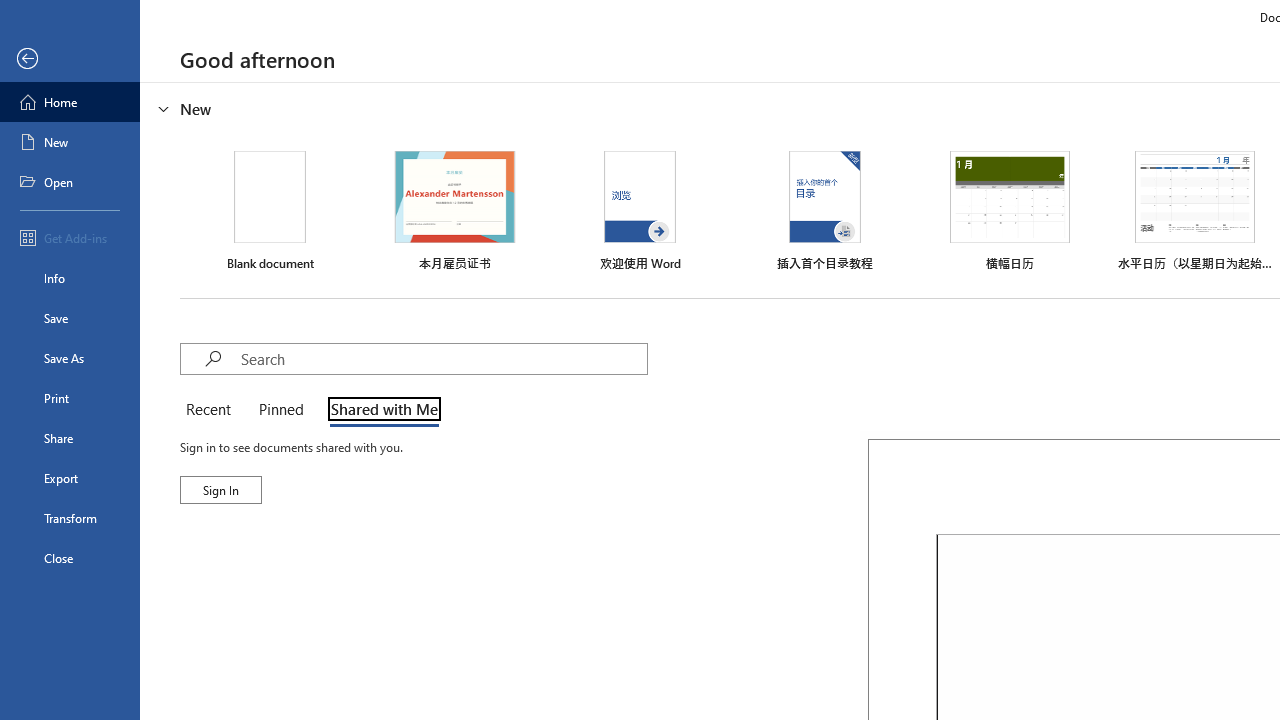 The height and width of the screenshot is (720, 1280). I want to click on 'Info', so click(69, 277).